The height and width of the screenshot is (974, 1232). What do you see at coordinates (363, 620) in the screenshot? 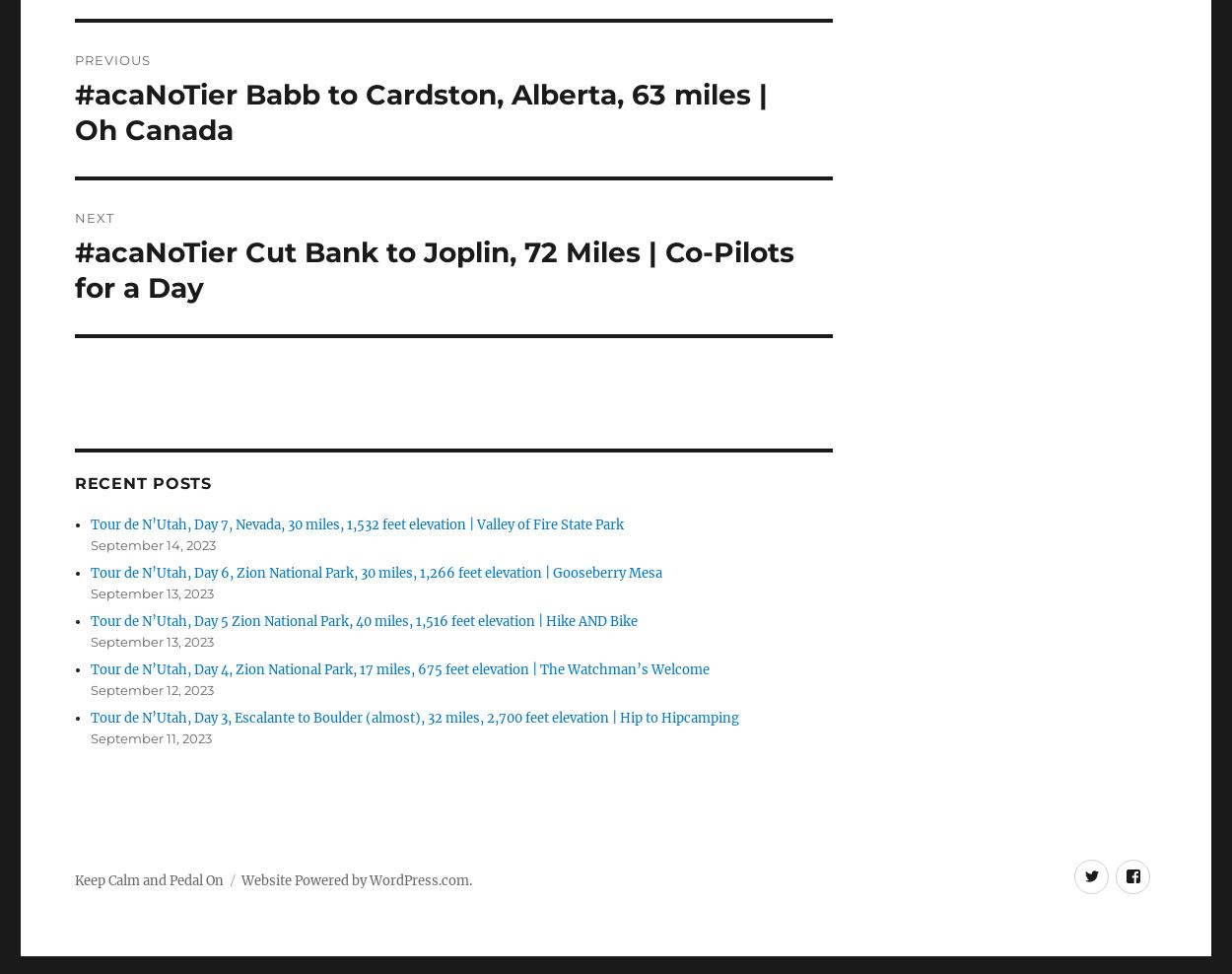
I see `'Tour de N’Utah, Day 5 Zion National Park, 40 miles, 1,516 feet elevation | Hike AND Bike'` at bounding box center [363, 620].